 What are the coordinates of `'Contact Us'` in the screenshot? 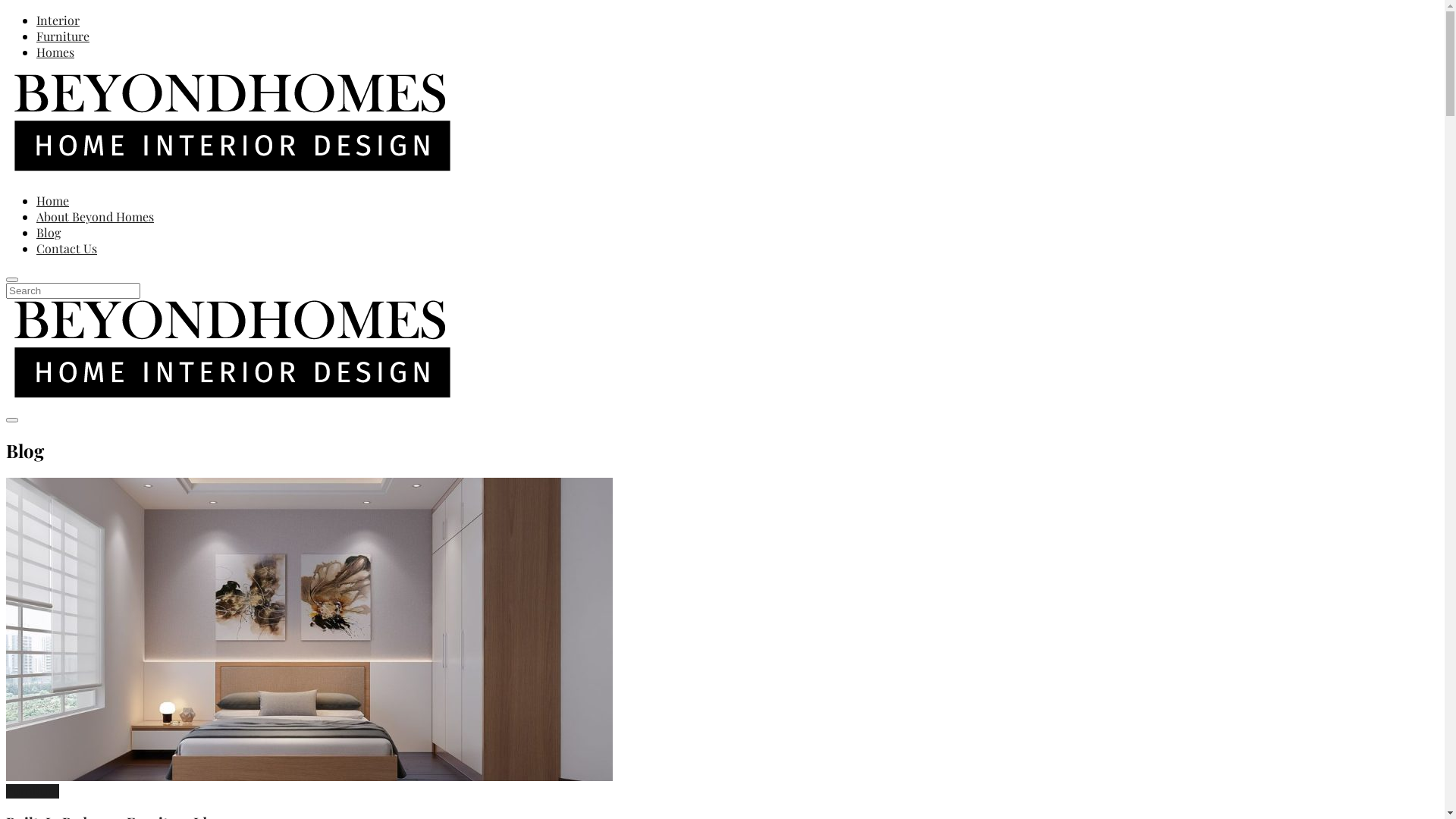 It's located at (65, 247).